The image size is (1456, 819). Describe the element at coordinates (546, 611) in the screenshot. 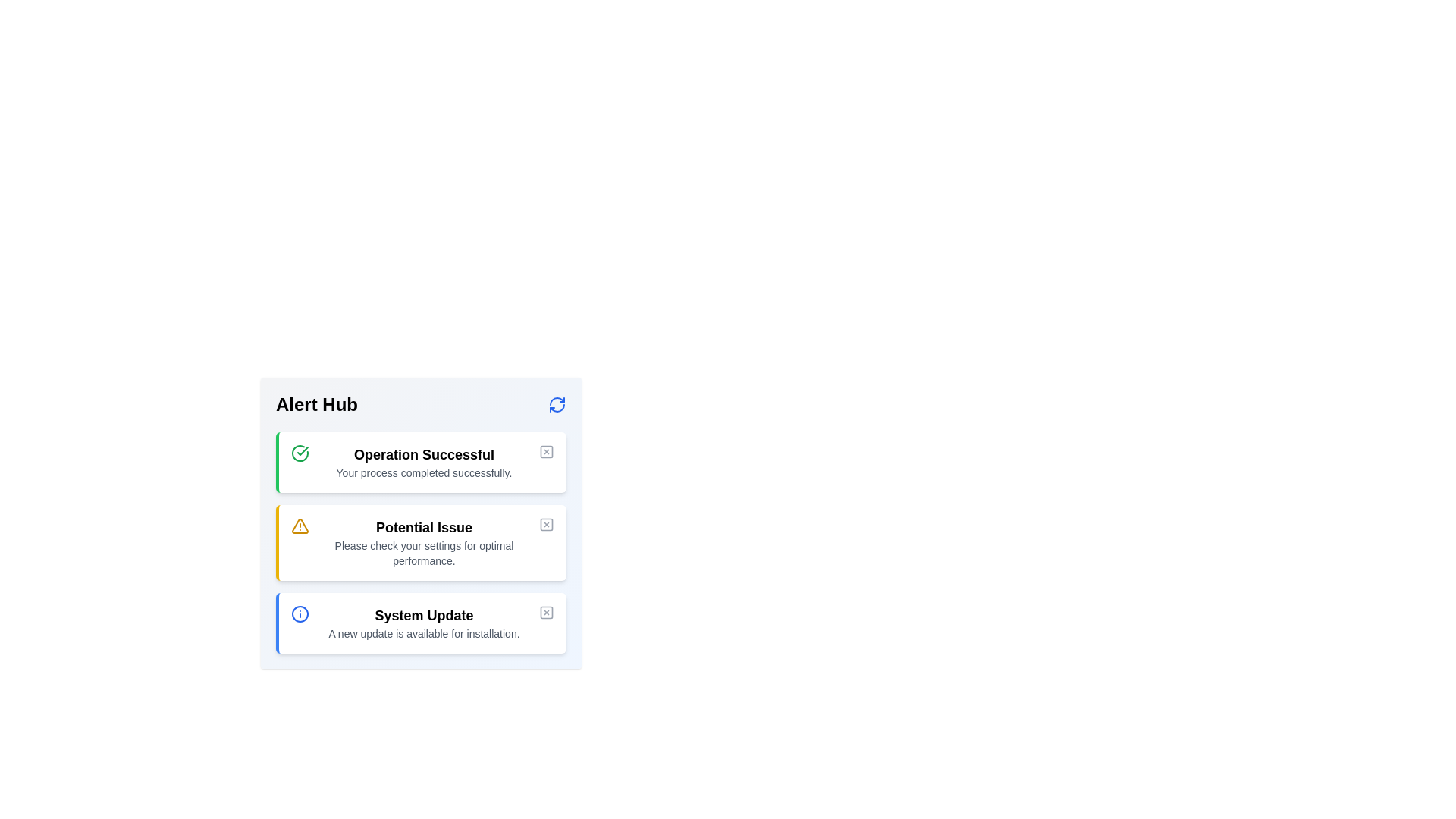

I see `the dismiss button located in the bottom-right corner of the 'System Update' notification card` at that location.